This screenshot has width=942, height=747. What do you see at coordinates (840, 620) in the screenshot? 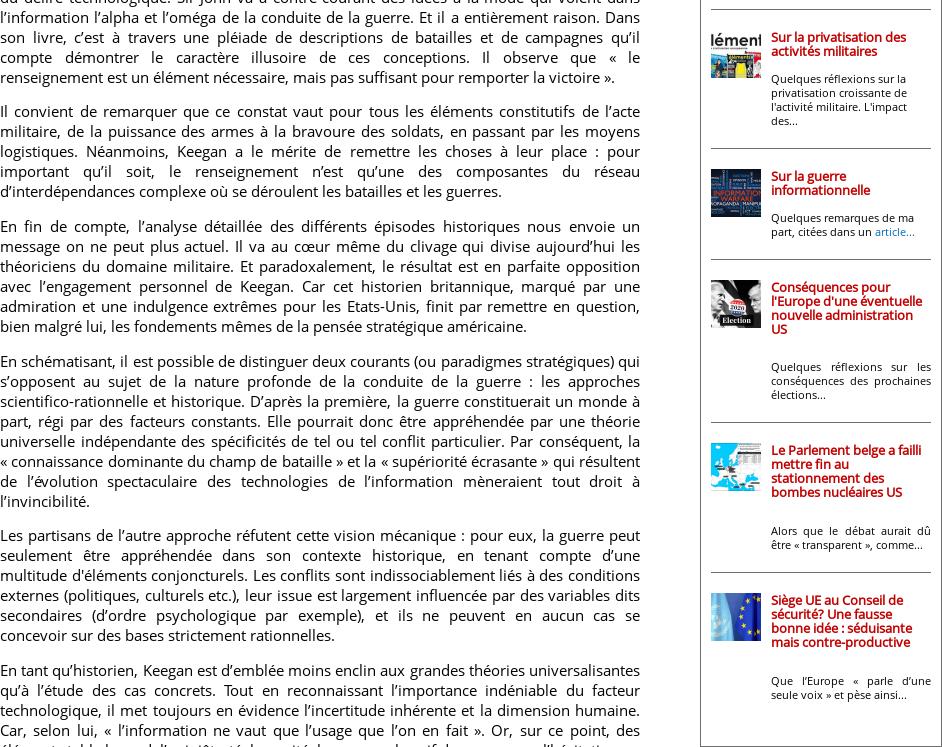
I see `'Siège UE au Conseil de sécurité? Une fausse bonne idée : séduisante mais contre-productive'` at bounding box center [840, 620].